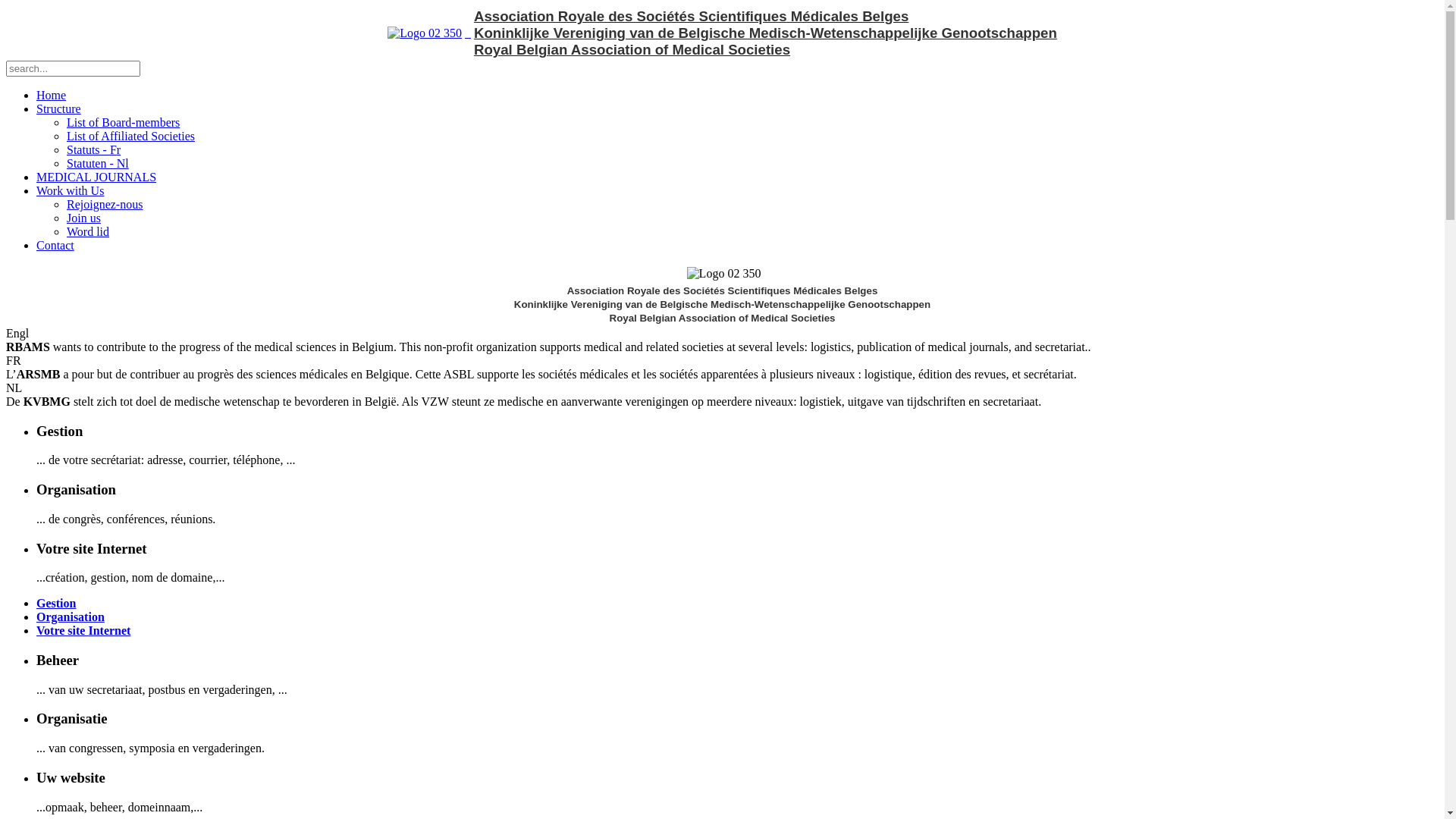 This screenshot has height=819, width=1456. I want to click on 'Home', so click(51, 95).